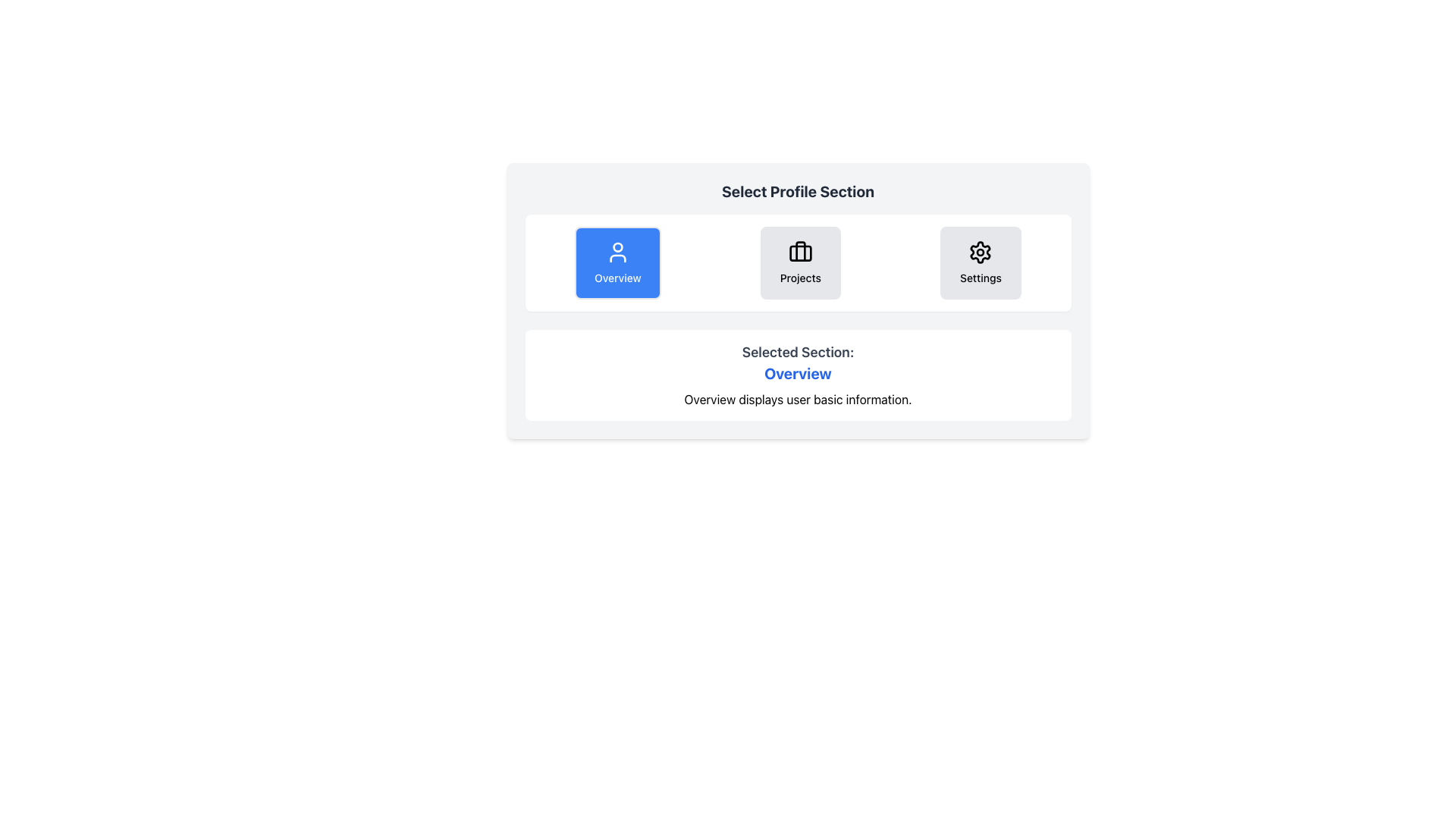  I want to click on the gear icon located in the 'Settings' box, so click(981, 251).